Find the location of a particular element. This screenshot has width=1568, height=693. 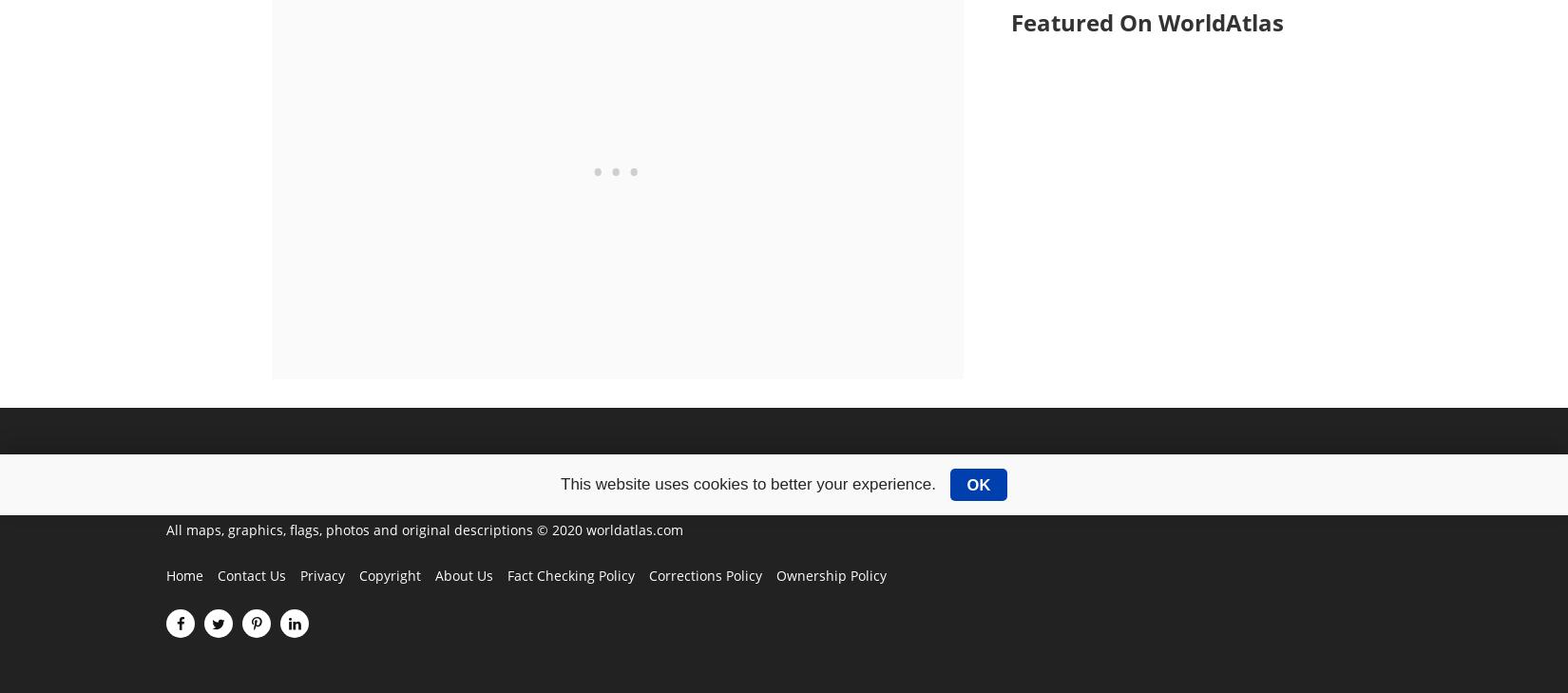

'Privacy' is located at coordinates (299, 574).